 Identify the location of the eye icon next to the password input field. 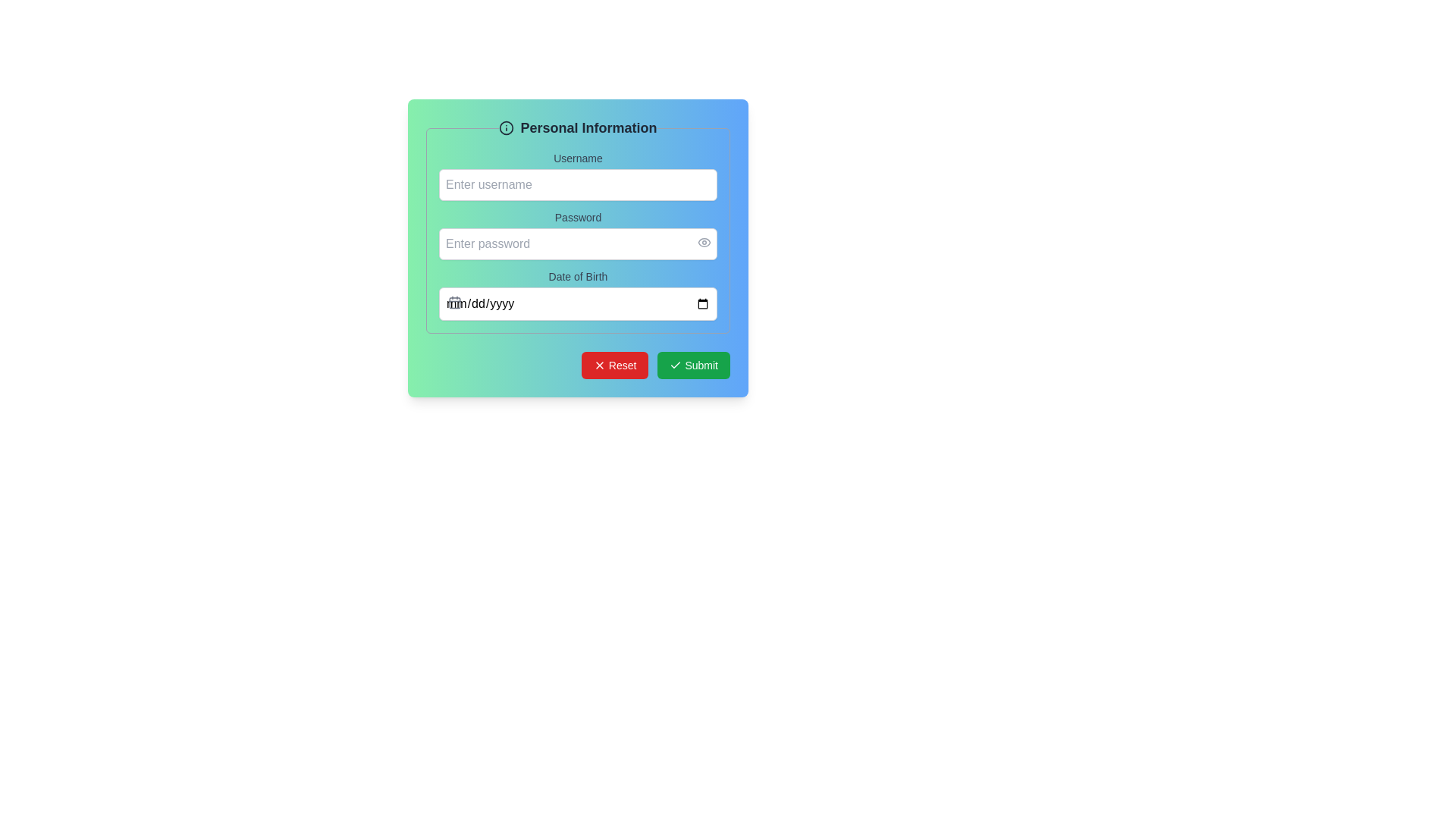
(577, 234).